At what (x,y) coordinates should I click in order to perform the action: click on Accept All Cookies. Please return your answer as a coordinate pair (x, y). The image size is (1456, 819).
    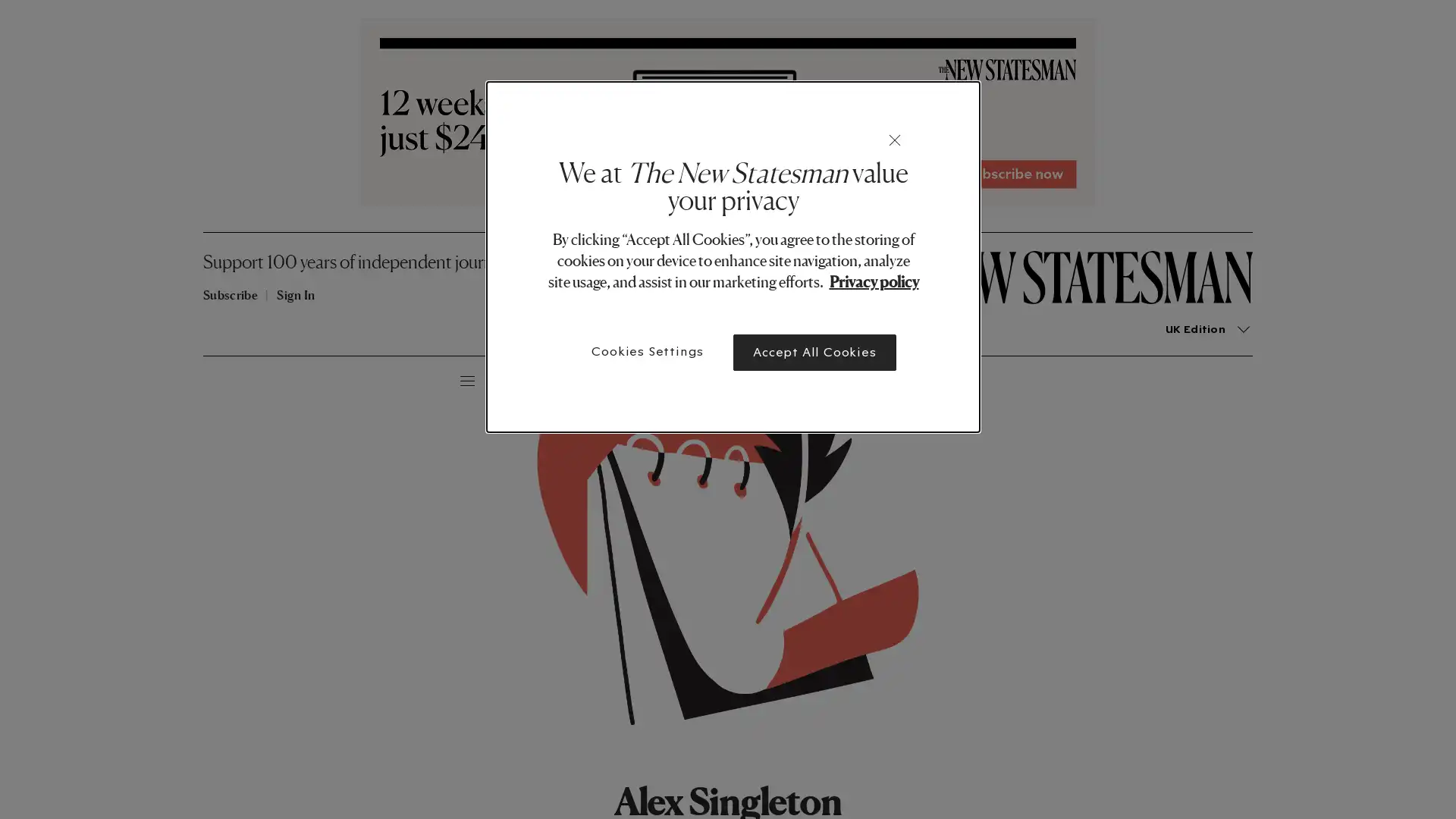
    Looking at the image, I should click on (814, 353).